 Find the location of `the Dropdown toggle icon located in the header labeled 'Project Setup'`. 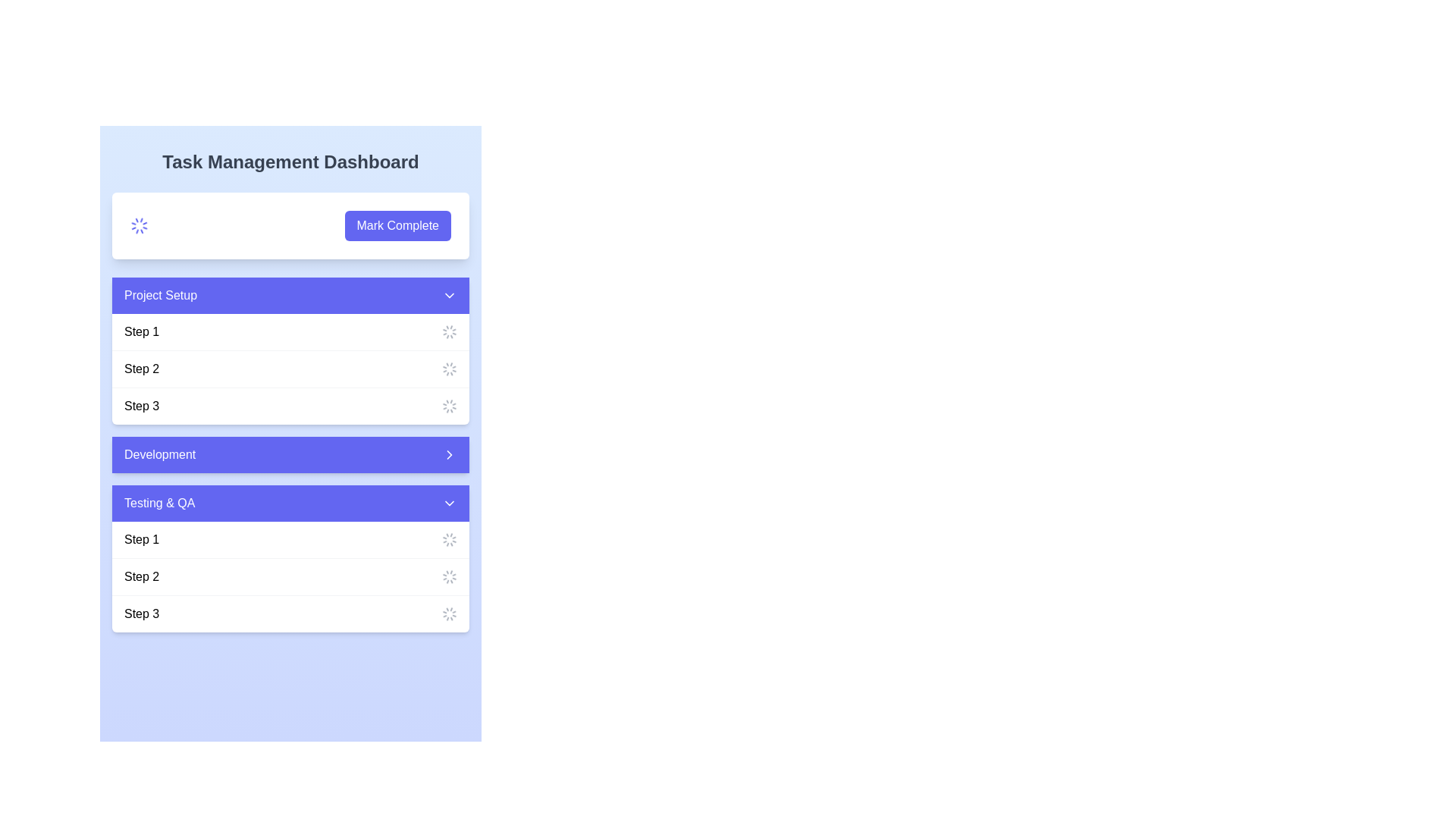

the Dropdown toggle icon located in the header labeled 'Project Setup' is located at coordinates (449, 295).